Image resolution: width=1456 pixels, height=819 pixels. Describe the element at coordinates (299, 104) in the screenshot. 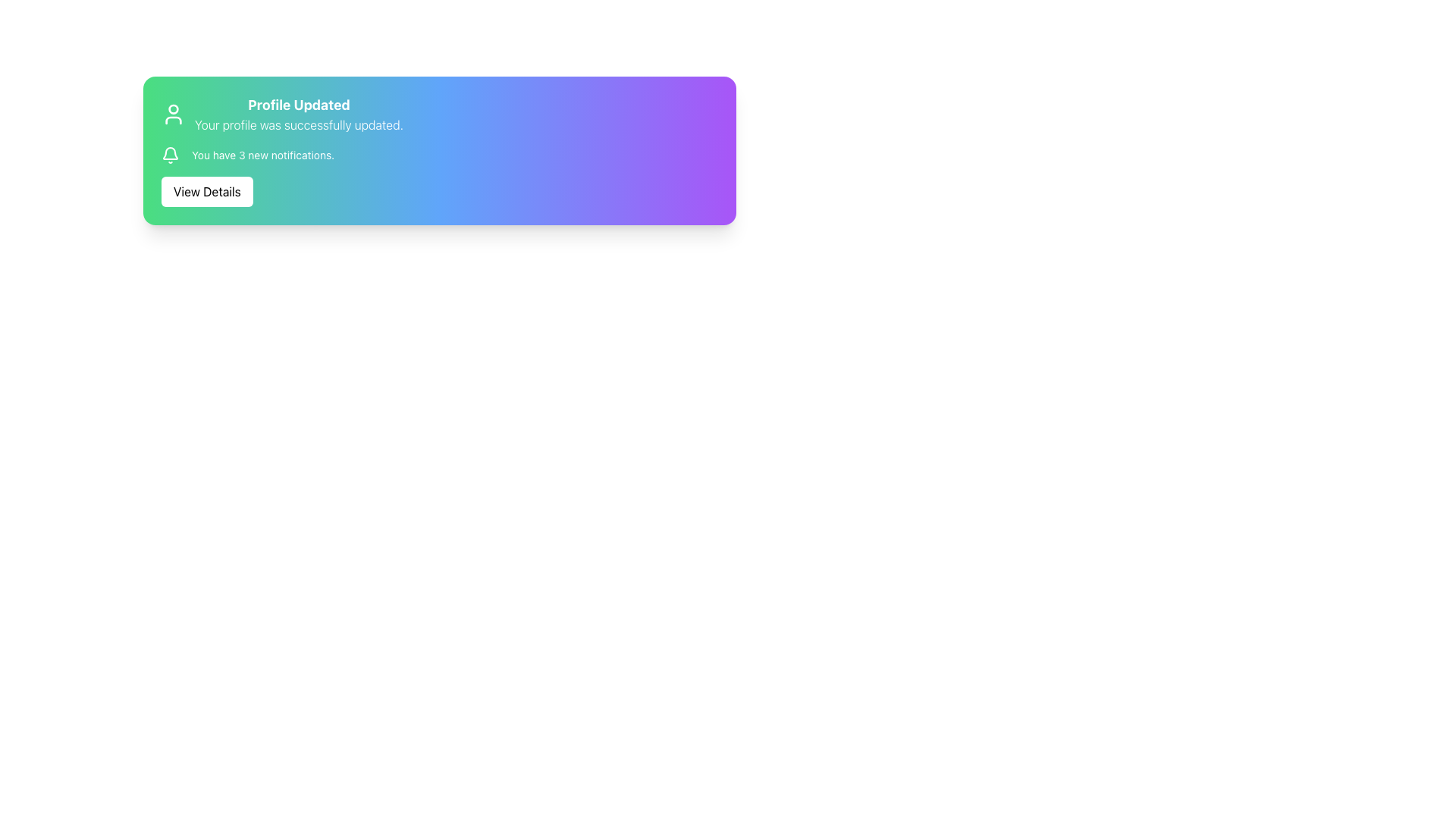

I see `the text label that serves as the title or notification header summarizing the action of updating the profile, located at the top portion of the notification card` at that location.